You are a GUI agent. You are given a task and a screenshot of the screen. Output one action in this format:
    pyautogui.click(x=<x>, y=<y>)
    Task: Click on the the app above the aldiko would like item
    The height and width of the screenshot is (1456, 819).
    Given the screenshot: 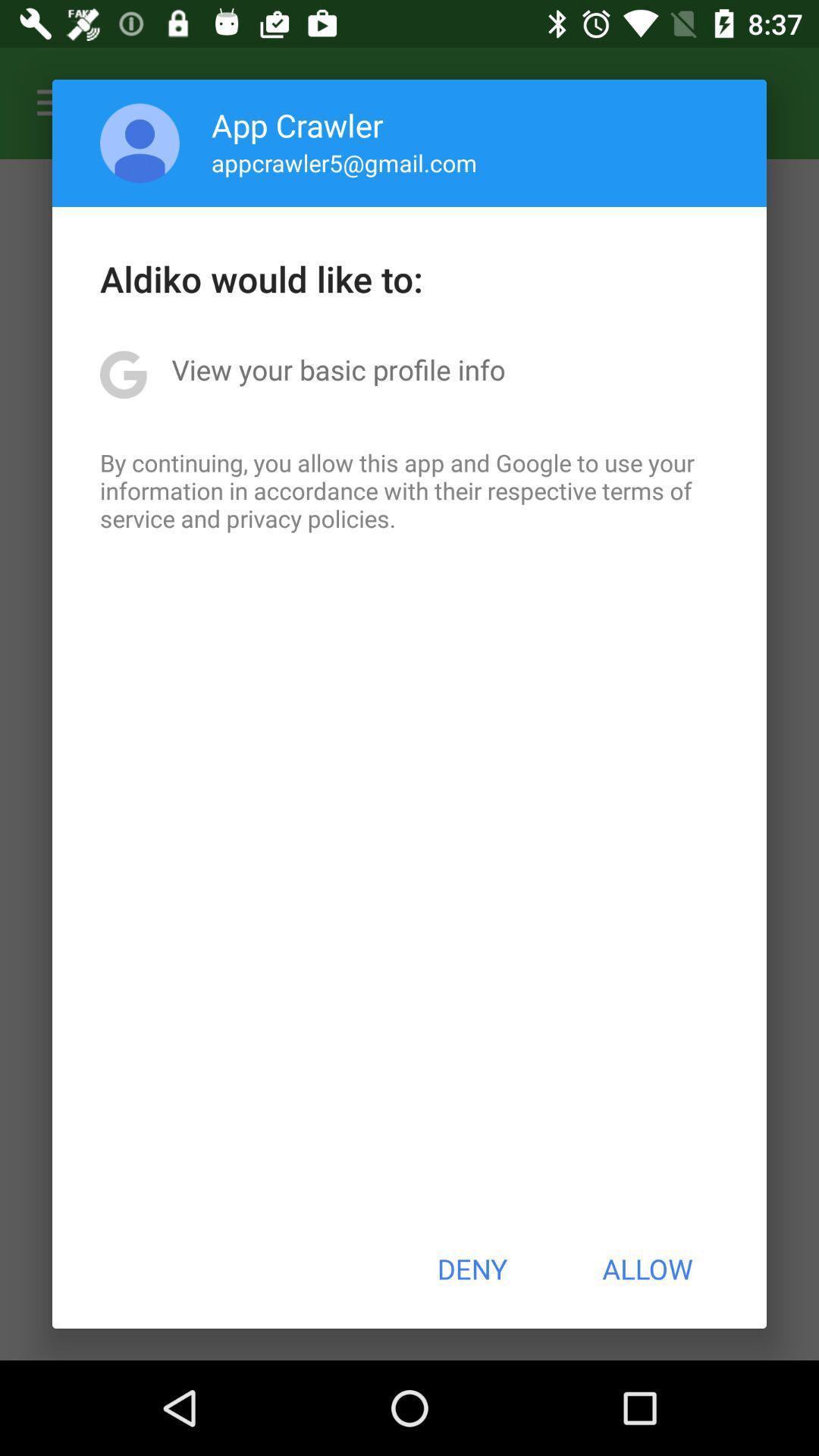 What is the action you would take?
    pyautogui.click(x=344, y=162)
    